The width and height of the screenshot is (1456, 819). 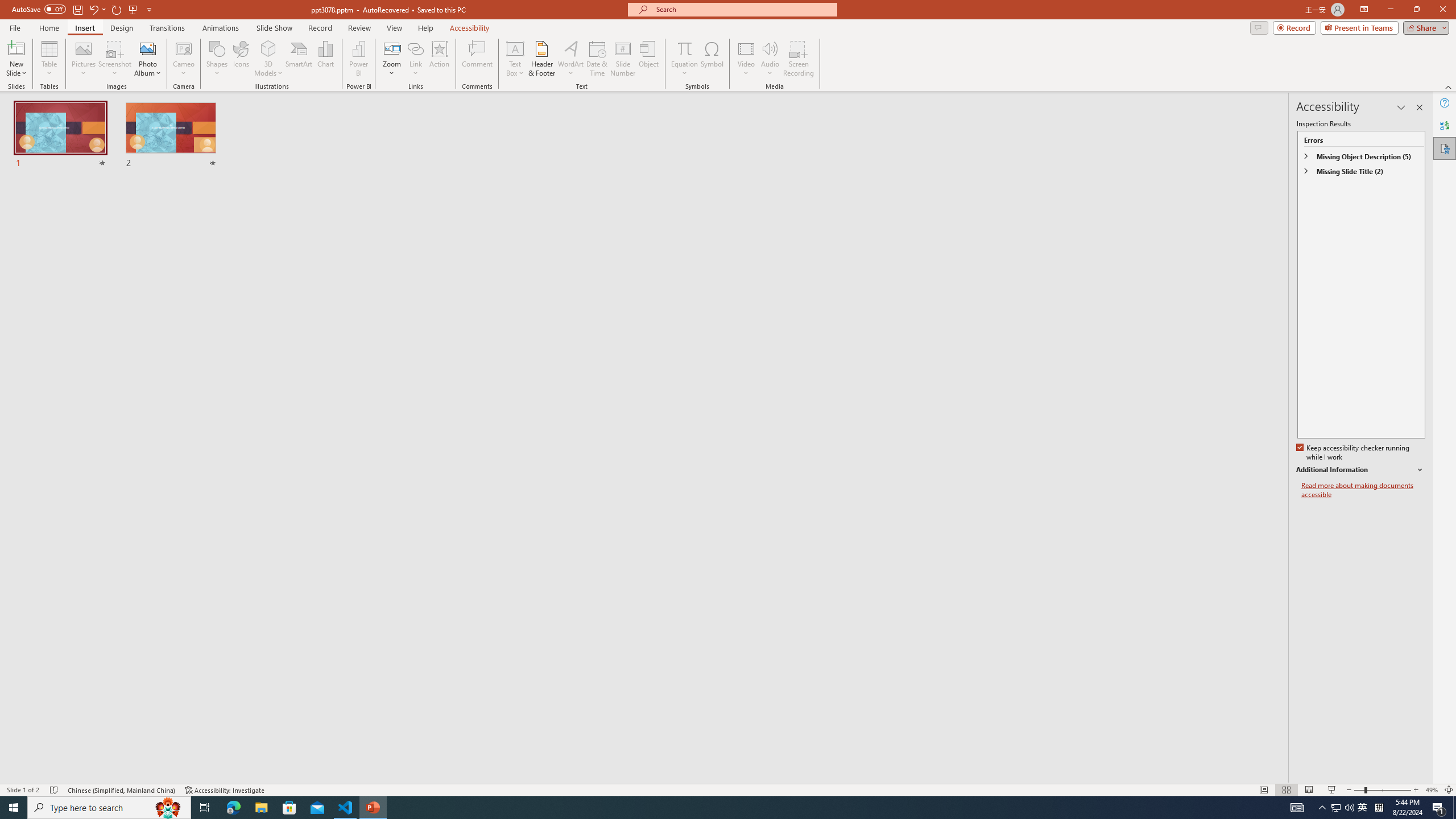 What do you see at coordinates (684, 48) in the screenshot?
I see `'Equation'` at bounding box center [684, 48].